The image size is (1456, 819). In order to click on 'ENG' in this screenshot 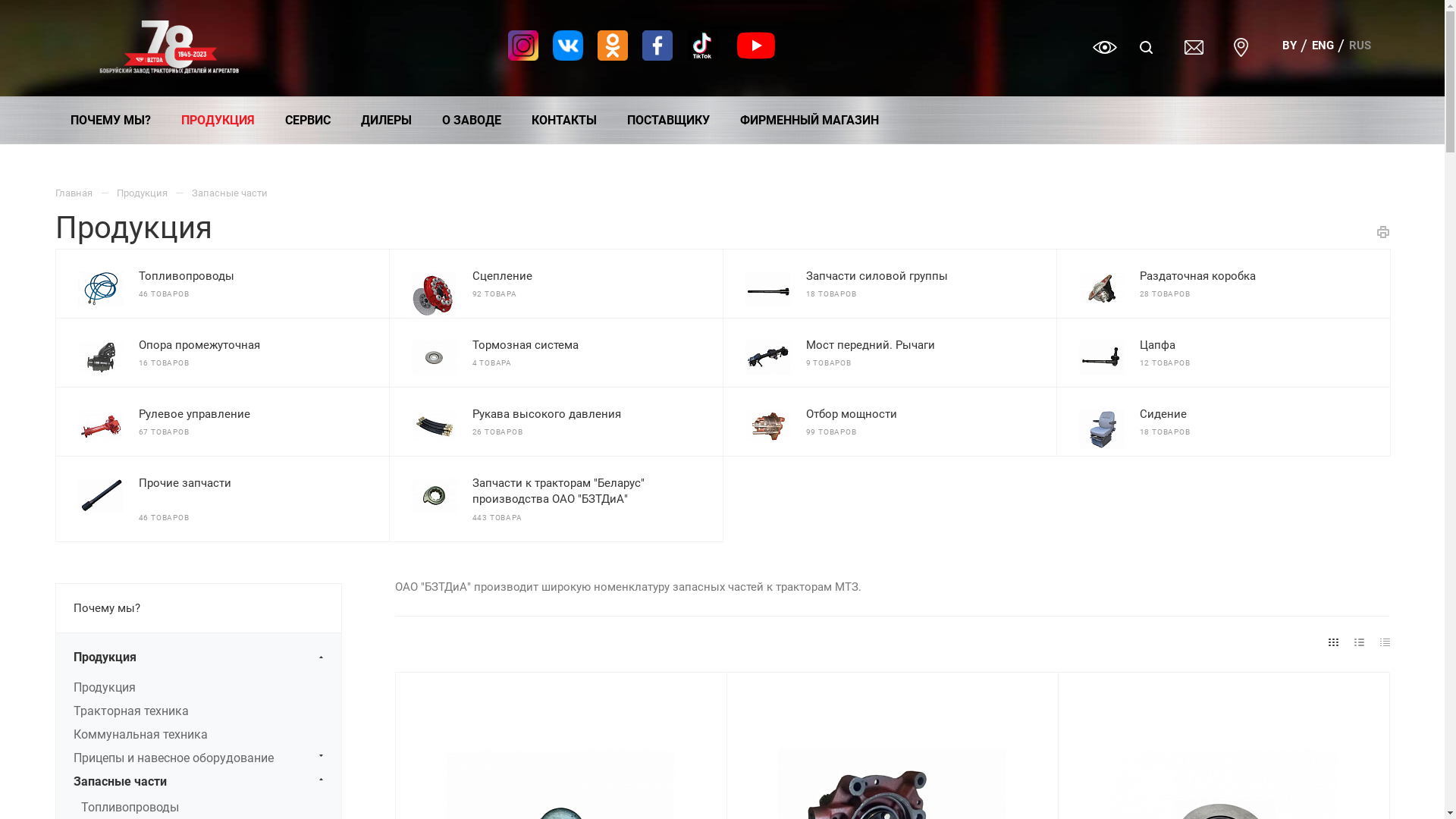, I will do `click(1321, 45)`.